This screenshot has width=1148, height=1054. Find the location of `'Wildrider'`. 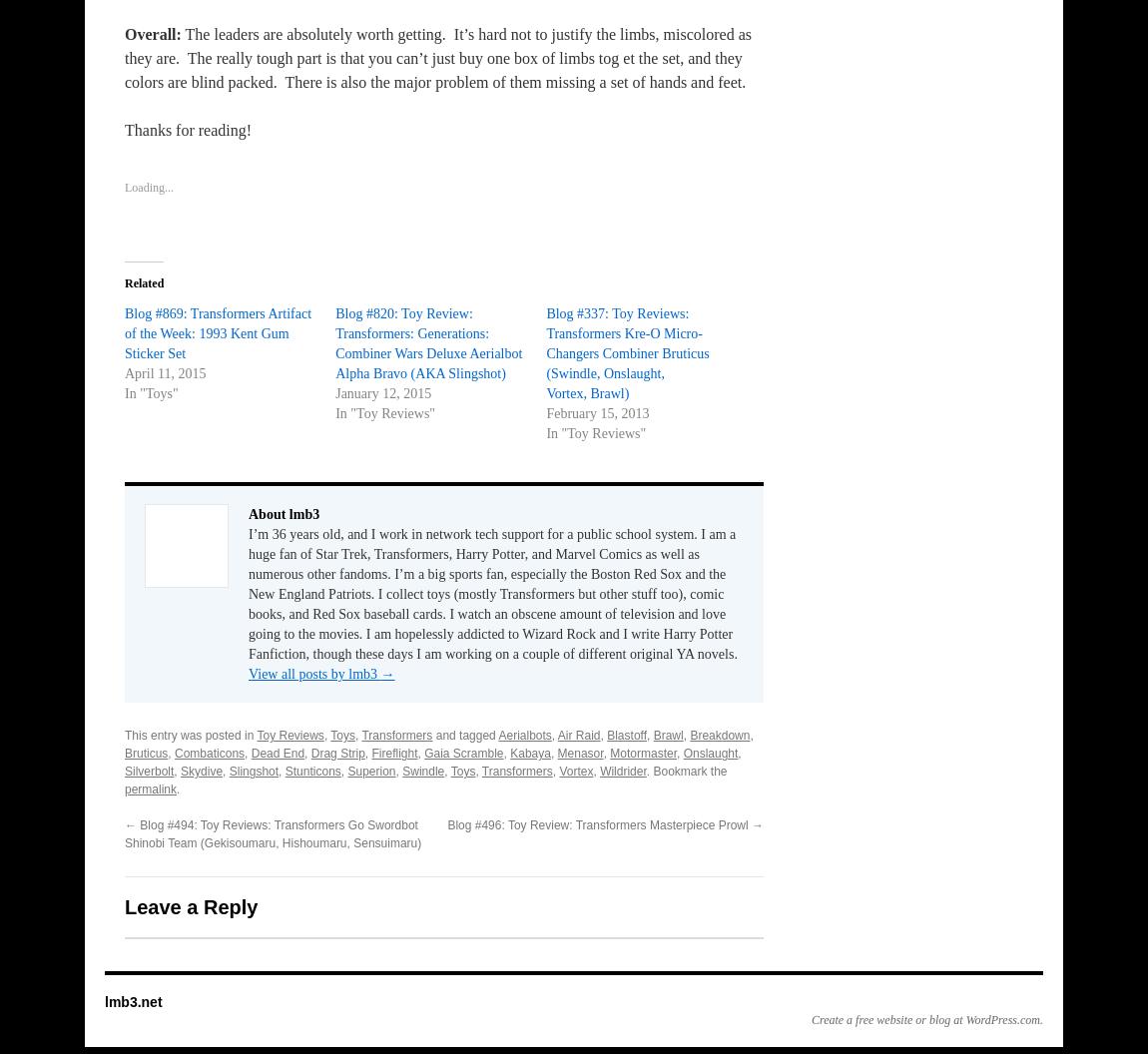

'Wildrider' is located at coordinates (621, 770).